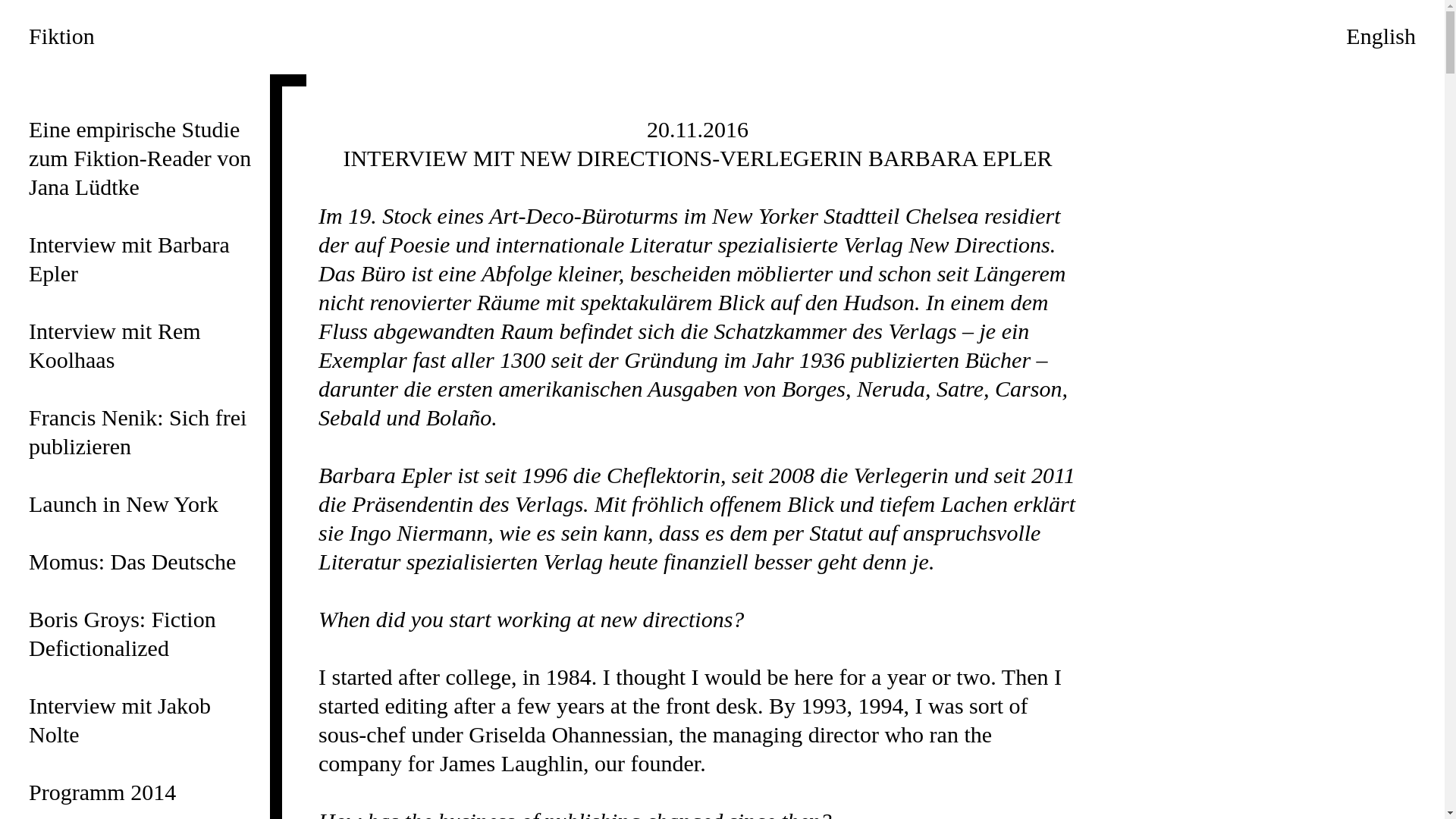 The image size is (1456, 819). Describe the element at coordinates (122, 633) in the screenshot. I see `'Boris Groys: Fiction Defictionalized'` at that location.